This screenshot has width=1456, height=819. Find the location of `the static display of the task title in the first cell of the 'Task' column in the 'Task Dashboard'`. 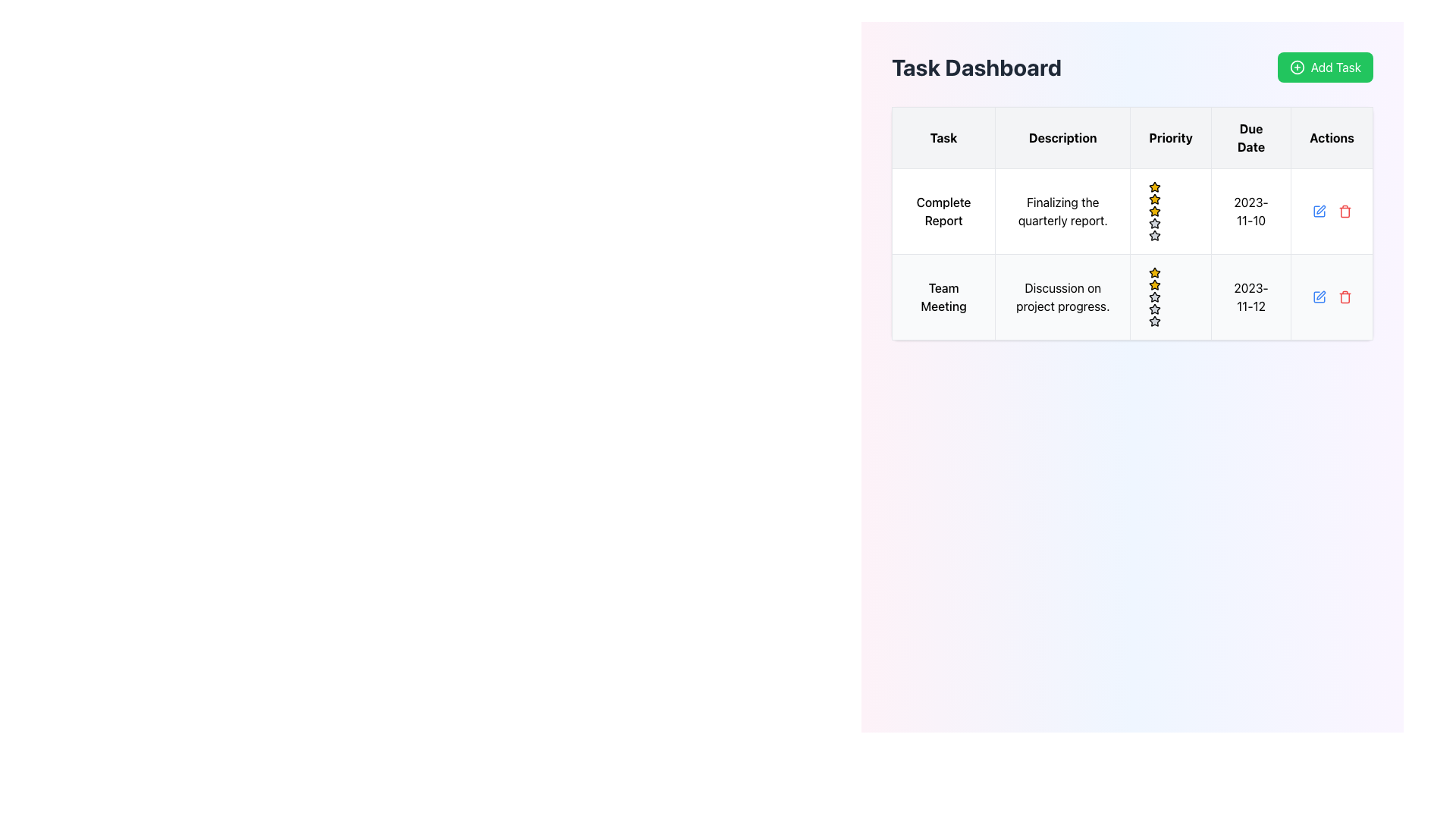

the static display of the task title in the first cell of the 'Task' column in the 'Task Dashboard' is located at coordinates (943, 211).